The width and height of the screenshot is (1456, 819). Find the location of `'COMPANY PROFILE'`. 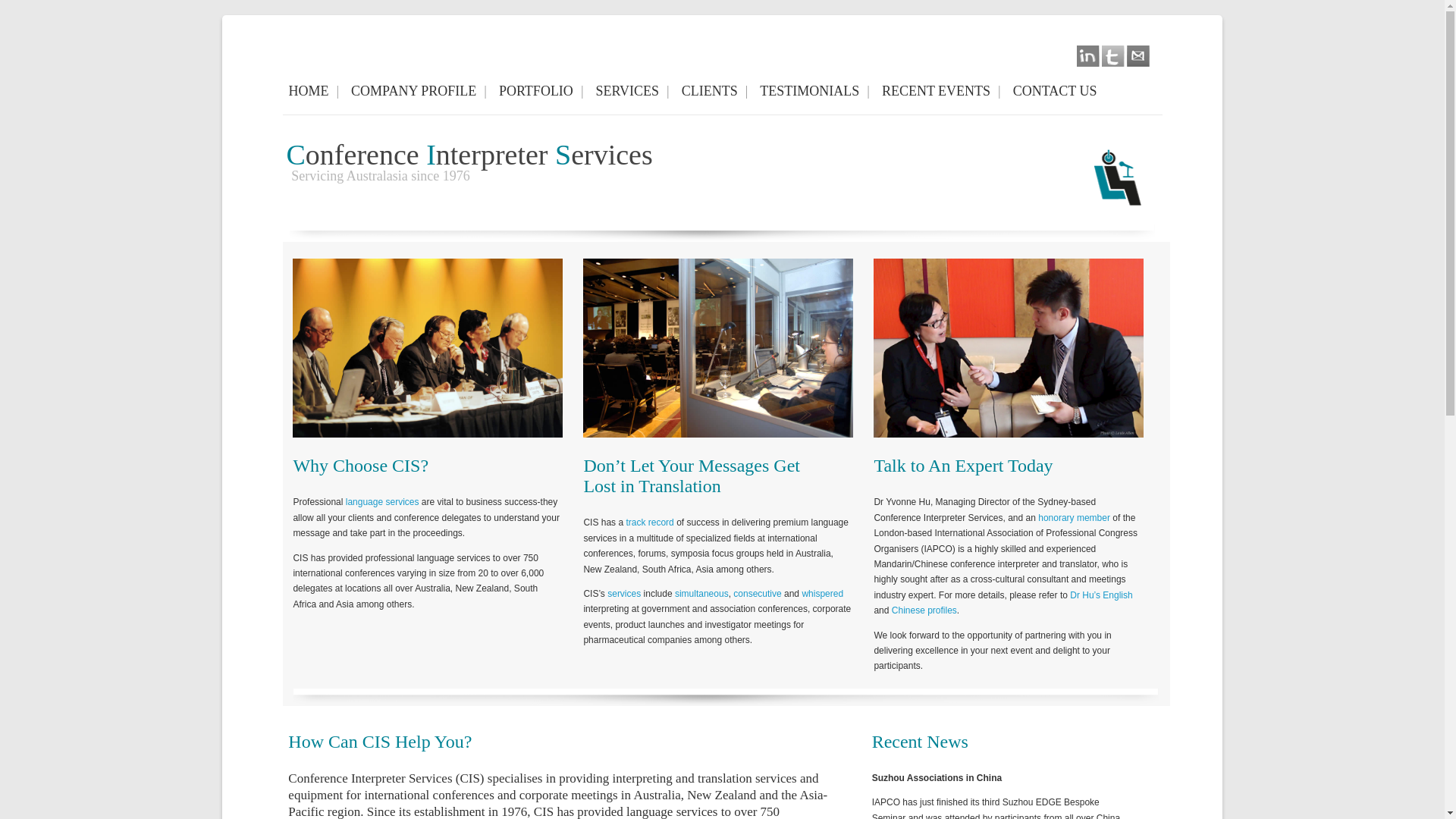

'COMPANY PROFILE' is located at coordinates (344, 91).